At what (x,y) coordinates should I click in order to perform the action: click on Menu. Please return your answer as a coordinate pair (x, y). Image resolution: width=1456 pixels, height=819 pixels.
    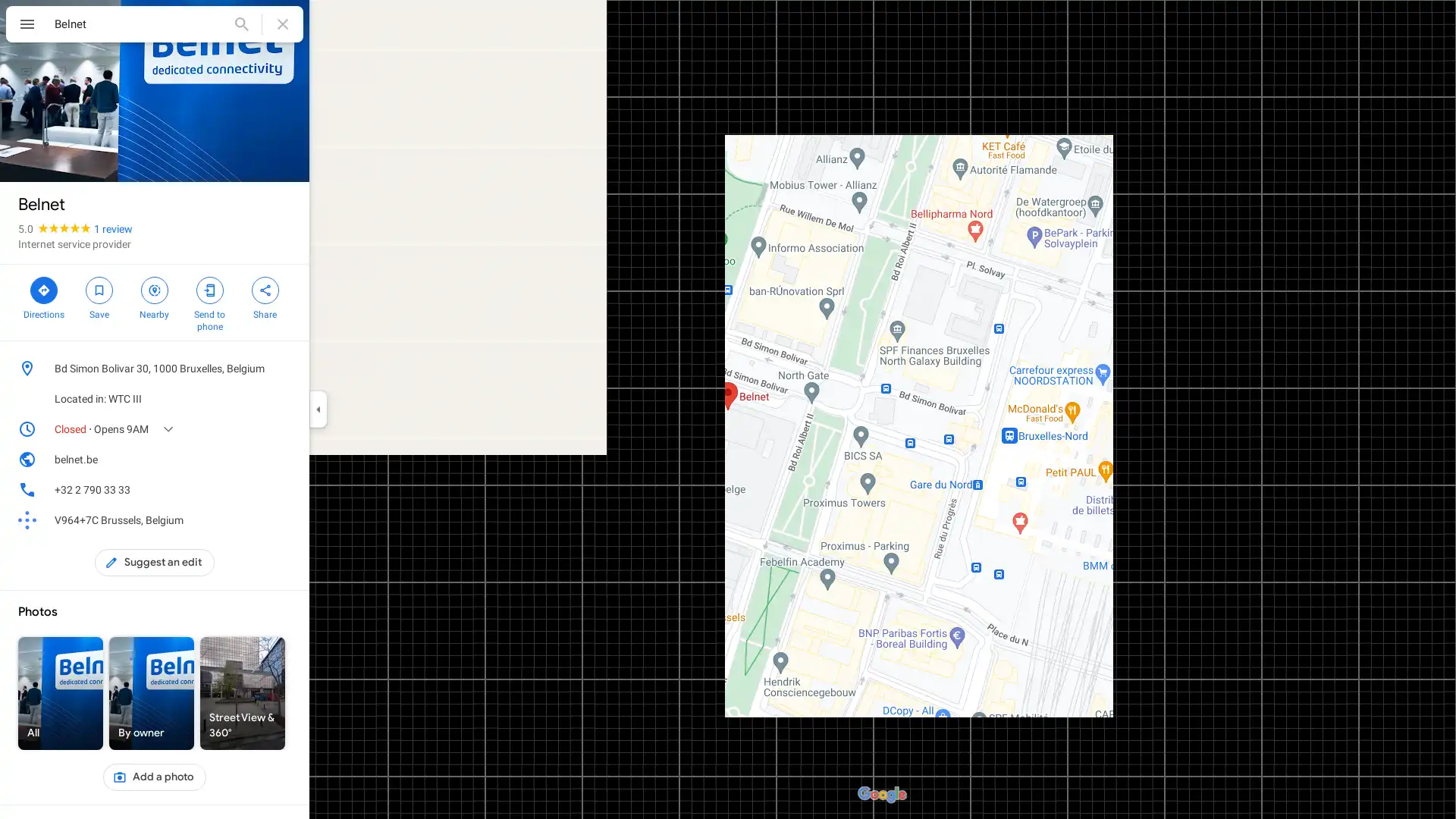
    Looking at the image, I should click on (27, 26).